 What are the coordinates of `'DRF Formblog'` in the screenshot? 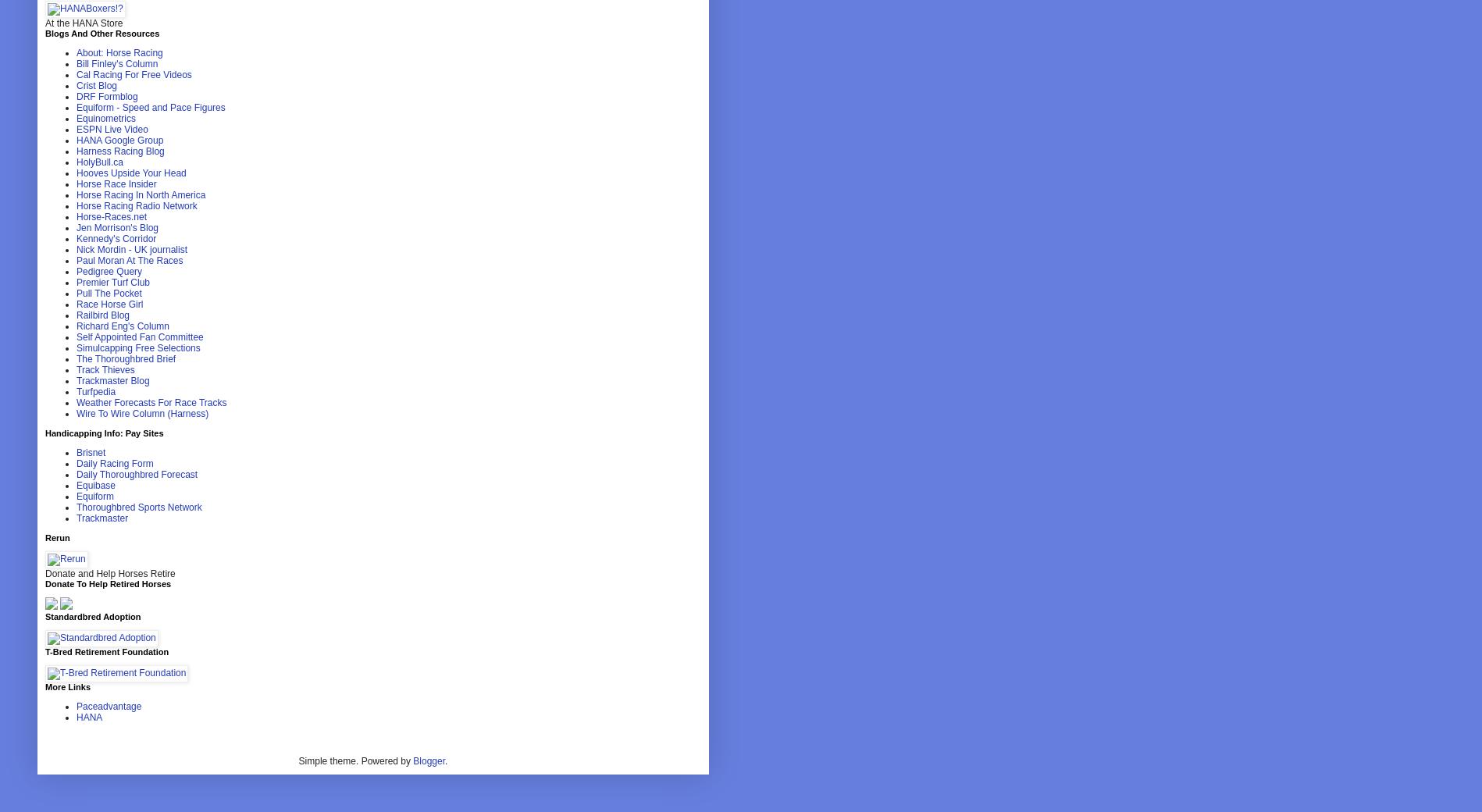 It's located at (107, 95).